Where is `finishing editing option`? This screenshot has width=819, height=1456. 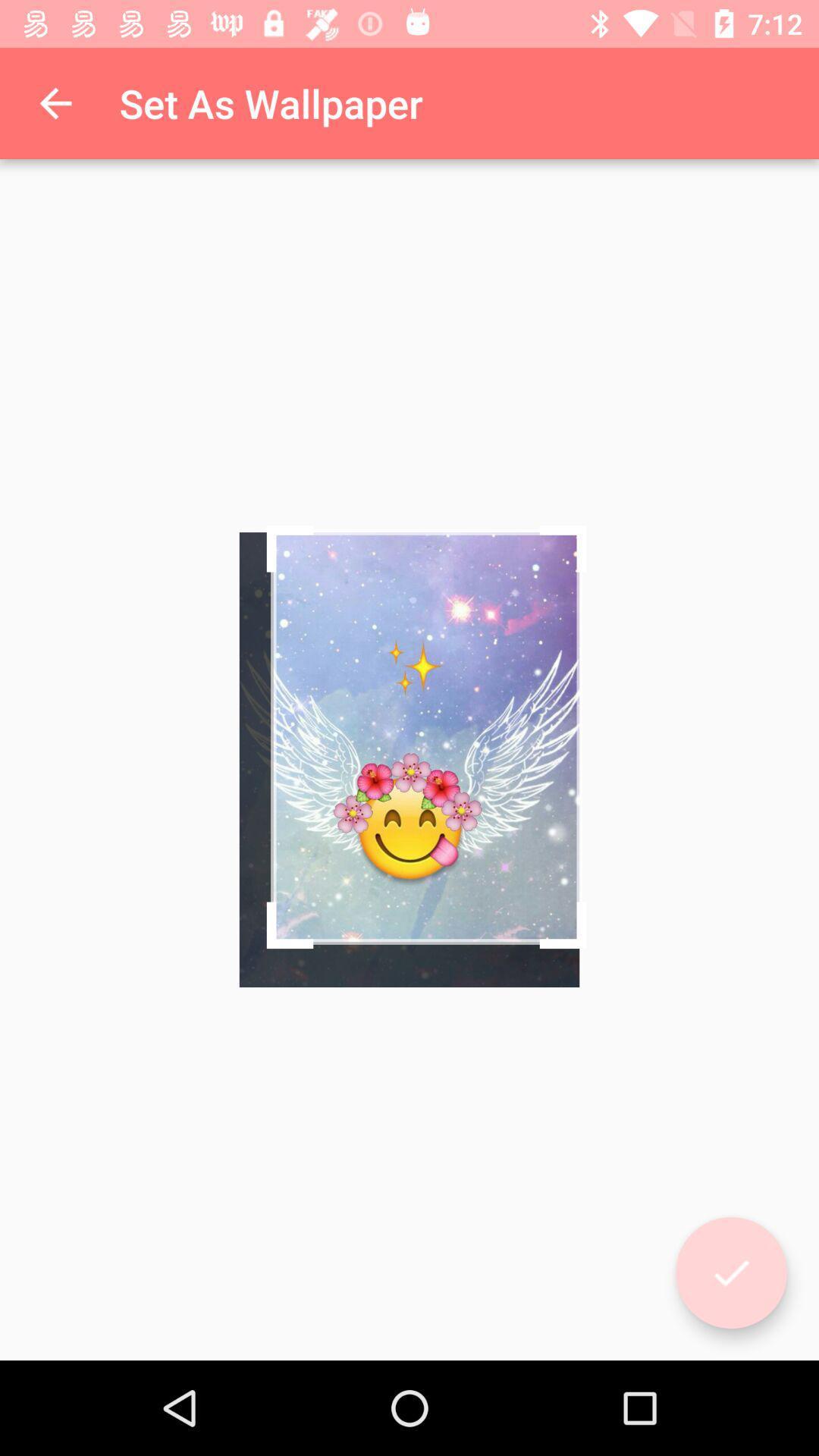 finishing editing option is located at coordinates (730, 1272).